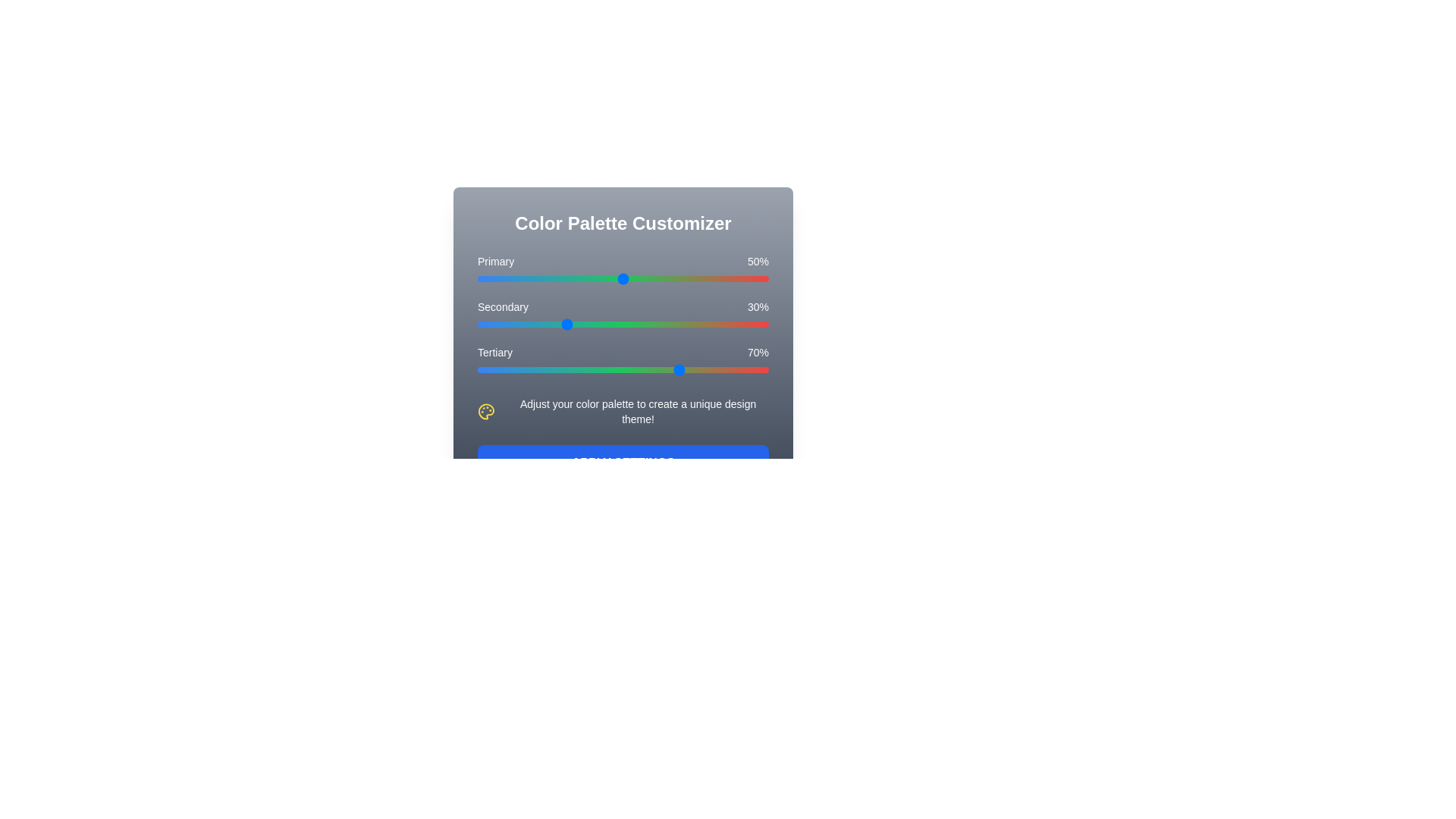 The image size is (1456, 819). What do you see at coordinates (593, 370) in the screenshot?
I see `the tertiary slider` at bounding box center [593, 370].